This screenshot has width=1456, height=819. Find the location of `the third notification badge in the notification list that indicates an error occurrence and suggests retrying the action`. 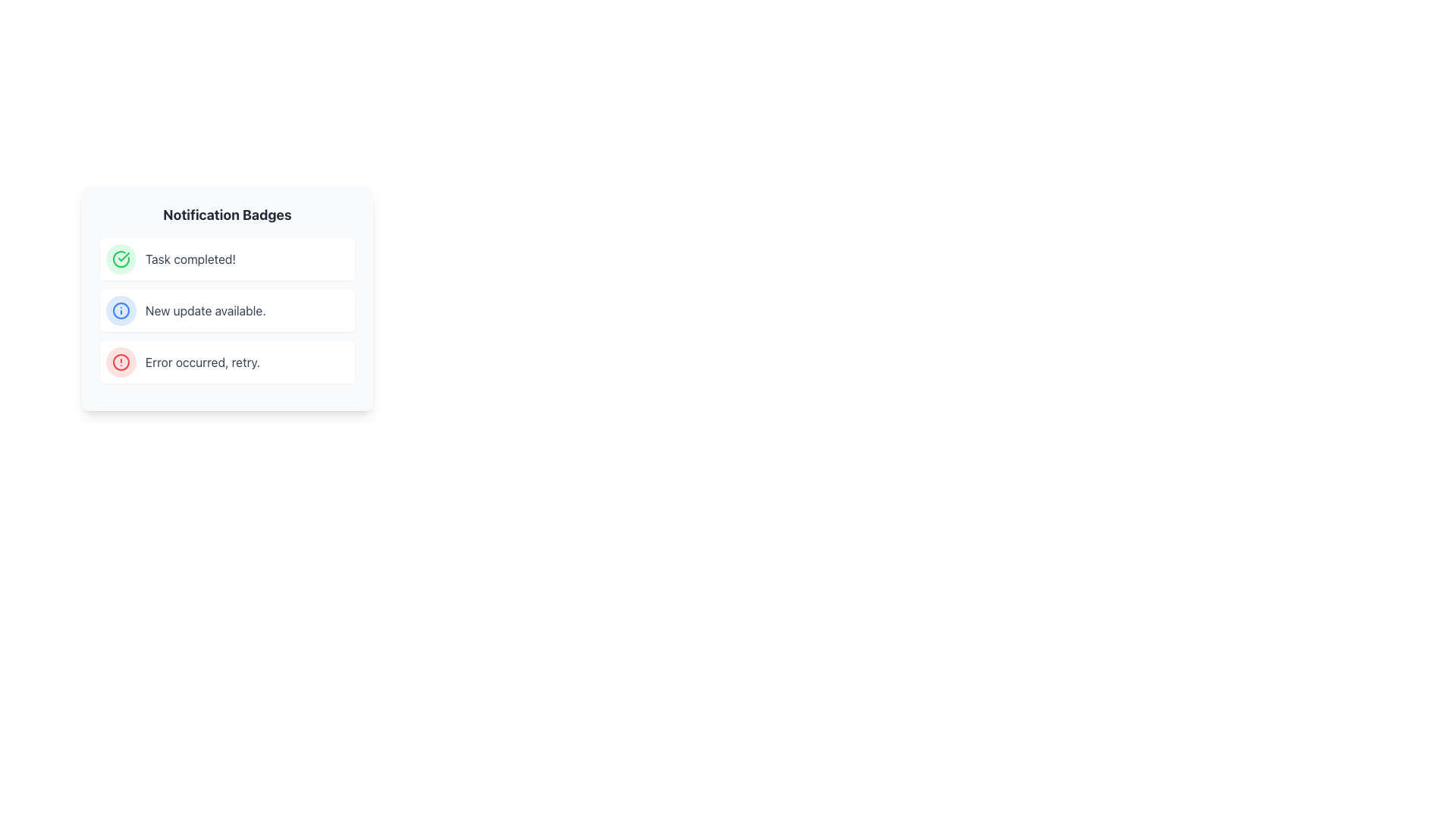

the third notification badge in the notification list that indicates an error occurrence and suggests retrying the action is located at coordinates (226, 362).